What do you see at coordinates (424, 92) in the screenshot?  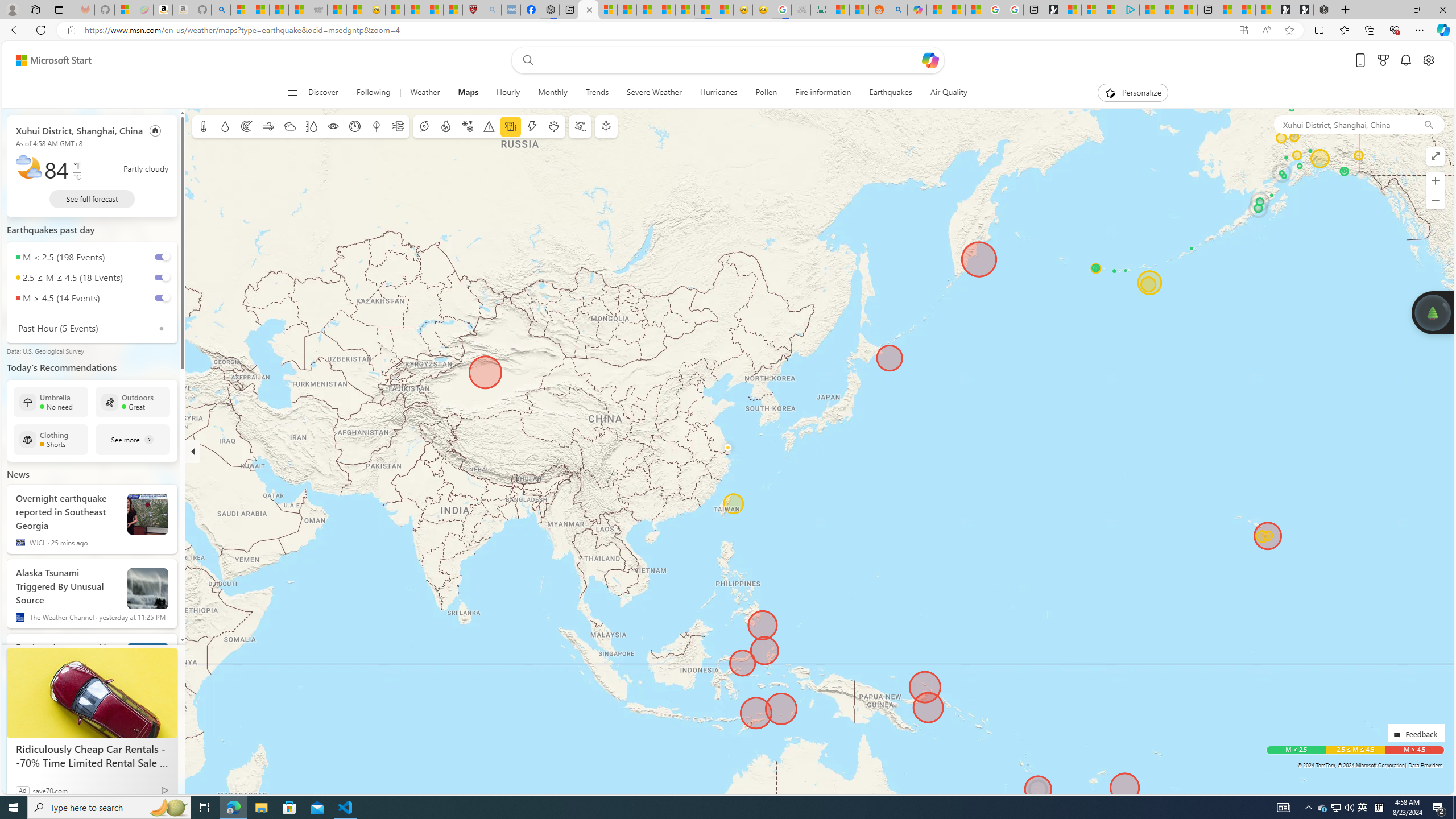 I see `'Weather'` at bounding box center [424, 92].